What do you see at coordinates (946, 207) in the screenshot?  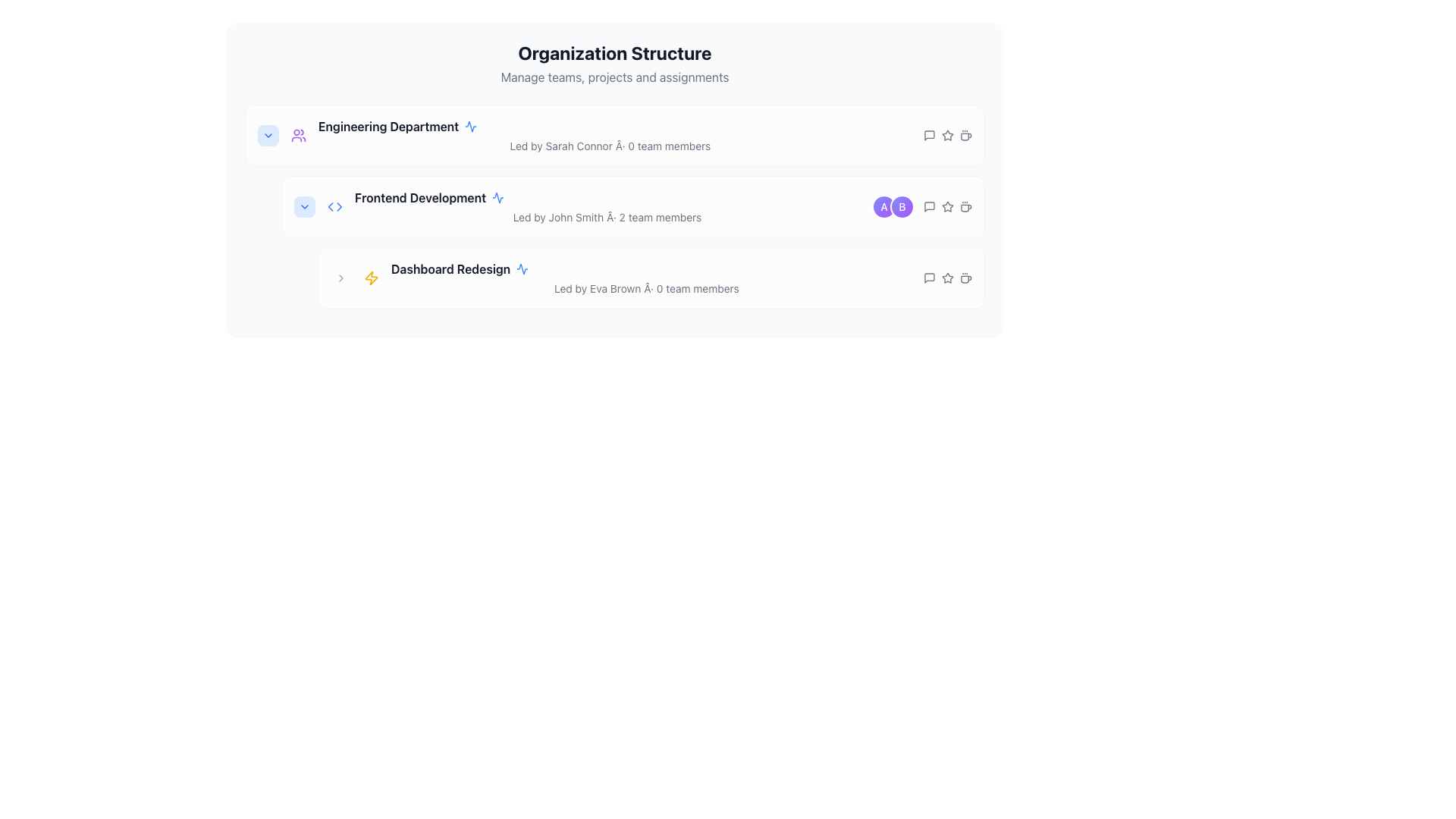 I see `the star-shaped icon representing the 'favorite' functionality` at bounding box center [946, 207].